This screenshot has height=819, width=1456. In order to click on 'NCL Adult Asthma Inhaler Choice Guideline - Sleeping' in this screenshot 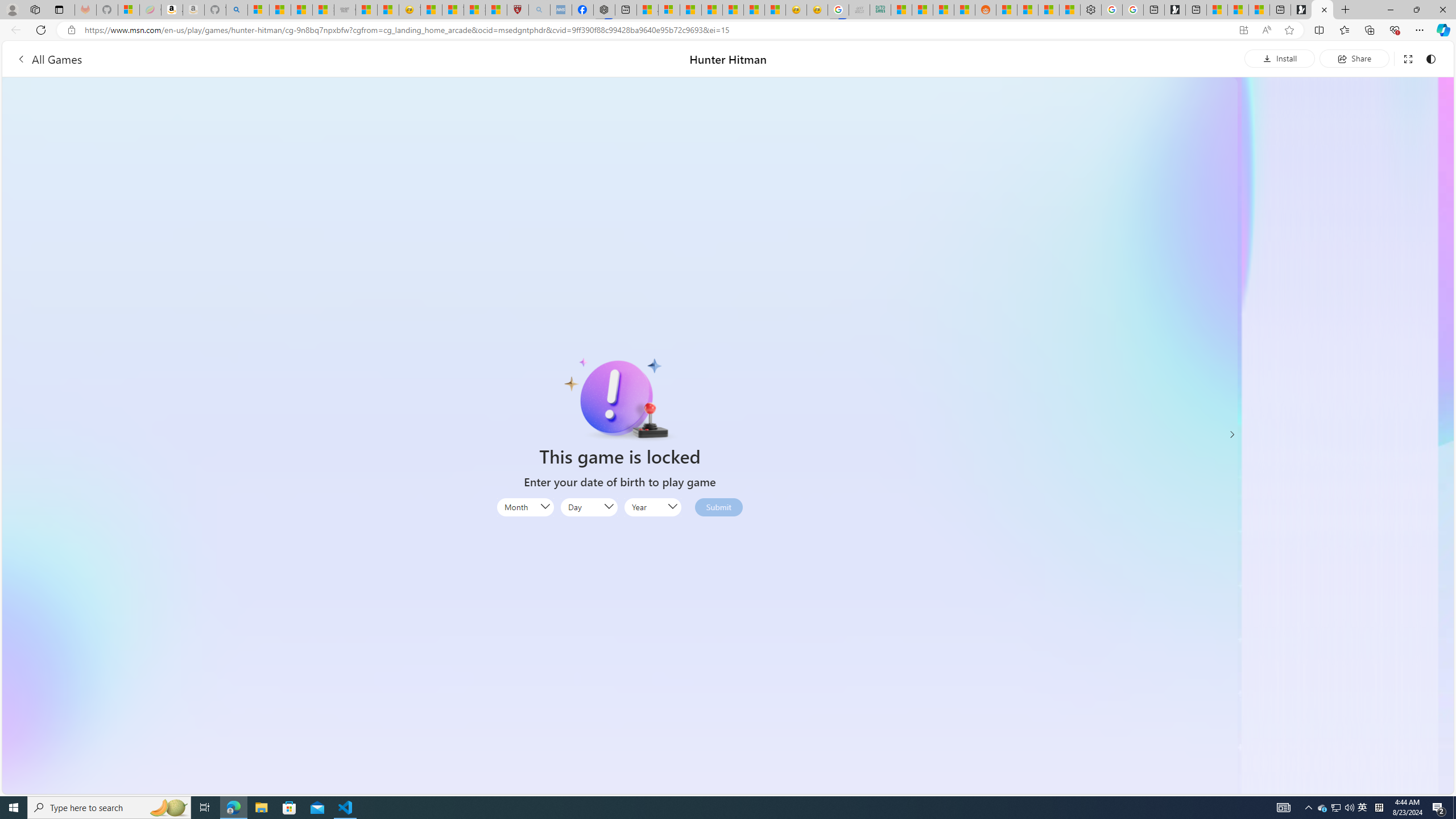, I will do `click(561, 9)`.